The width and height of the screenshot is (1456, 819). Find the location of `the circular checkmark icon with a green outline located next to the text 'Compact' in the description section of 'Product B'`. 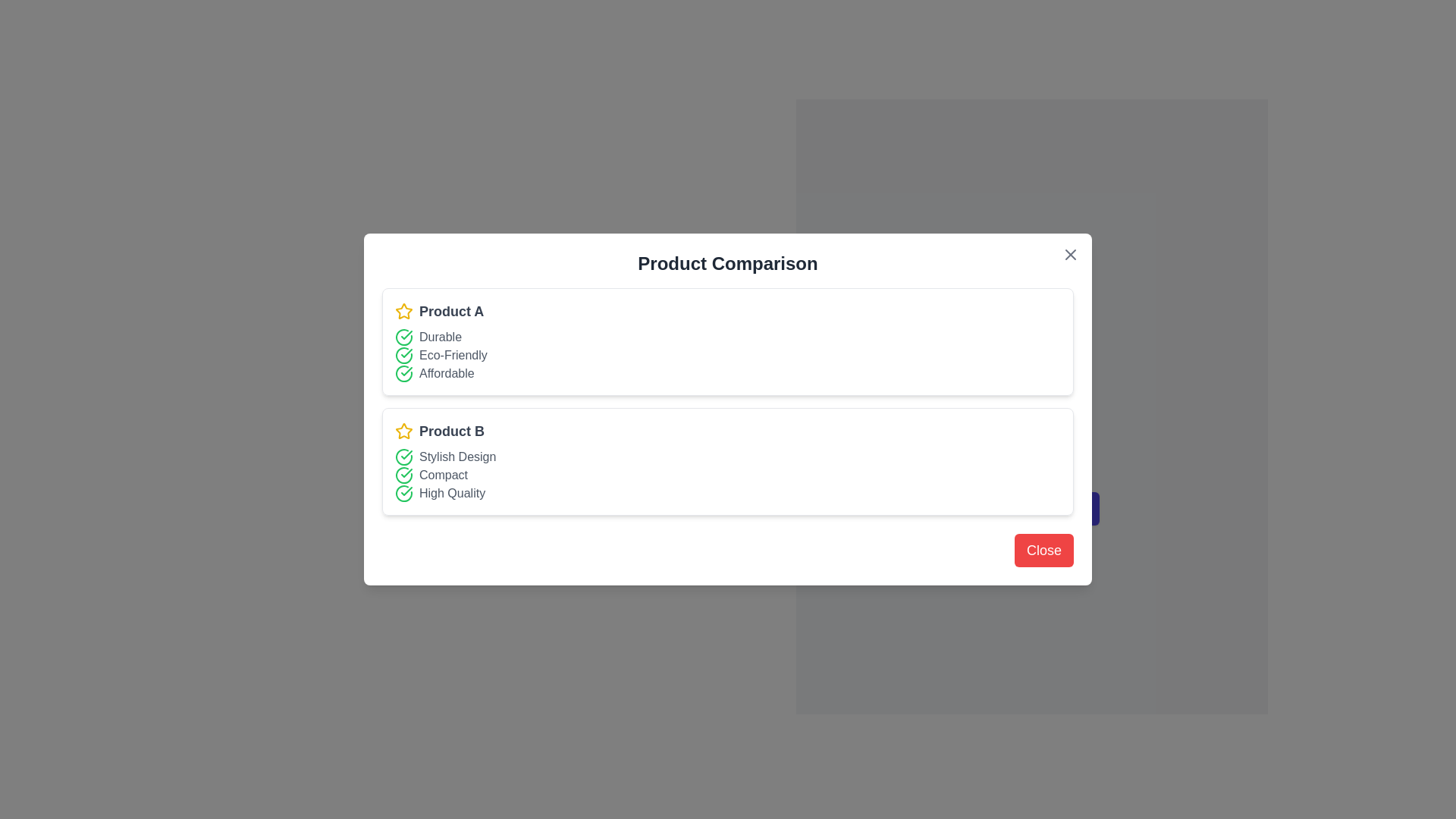

the circular checkmark icon with a green outline located next to the text 'Compact' in the description section of 'Product B' is located at coordinates (403, 475).